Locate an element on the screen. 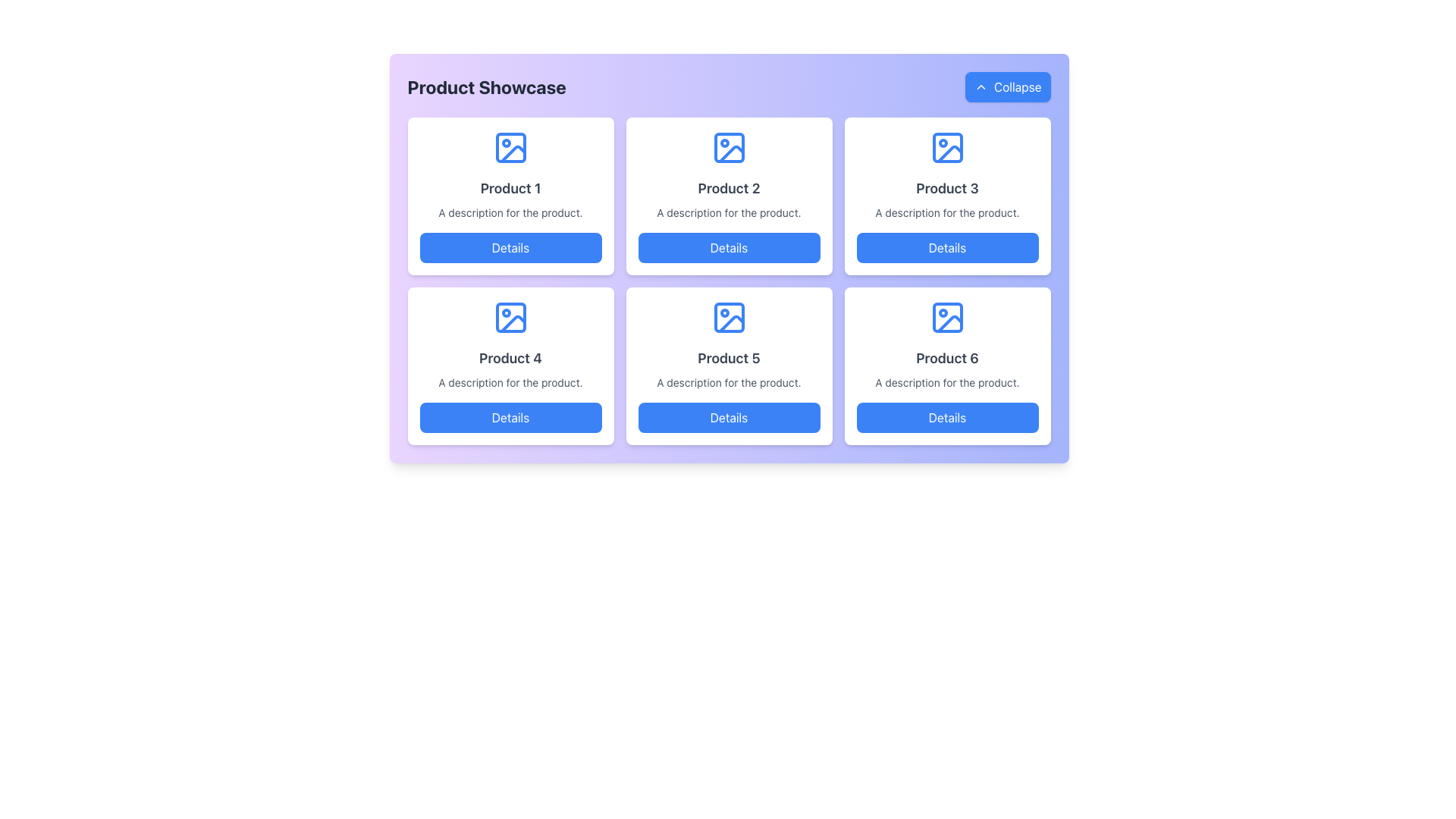 The height and width of the screenshot is (819, 1456). the first card in the second row of the 2x3 grid layout, which showcases product information including a title, description, and a call-to-action button for further details is located at coordinates (510, 366).